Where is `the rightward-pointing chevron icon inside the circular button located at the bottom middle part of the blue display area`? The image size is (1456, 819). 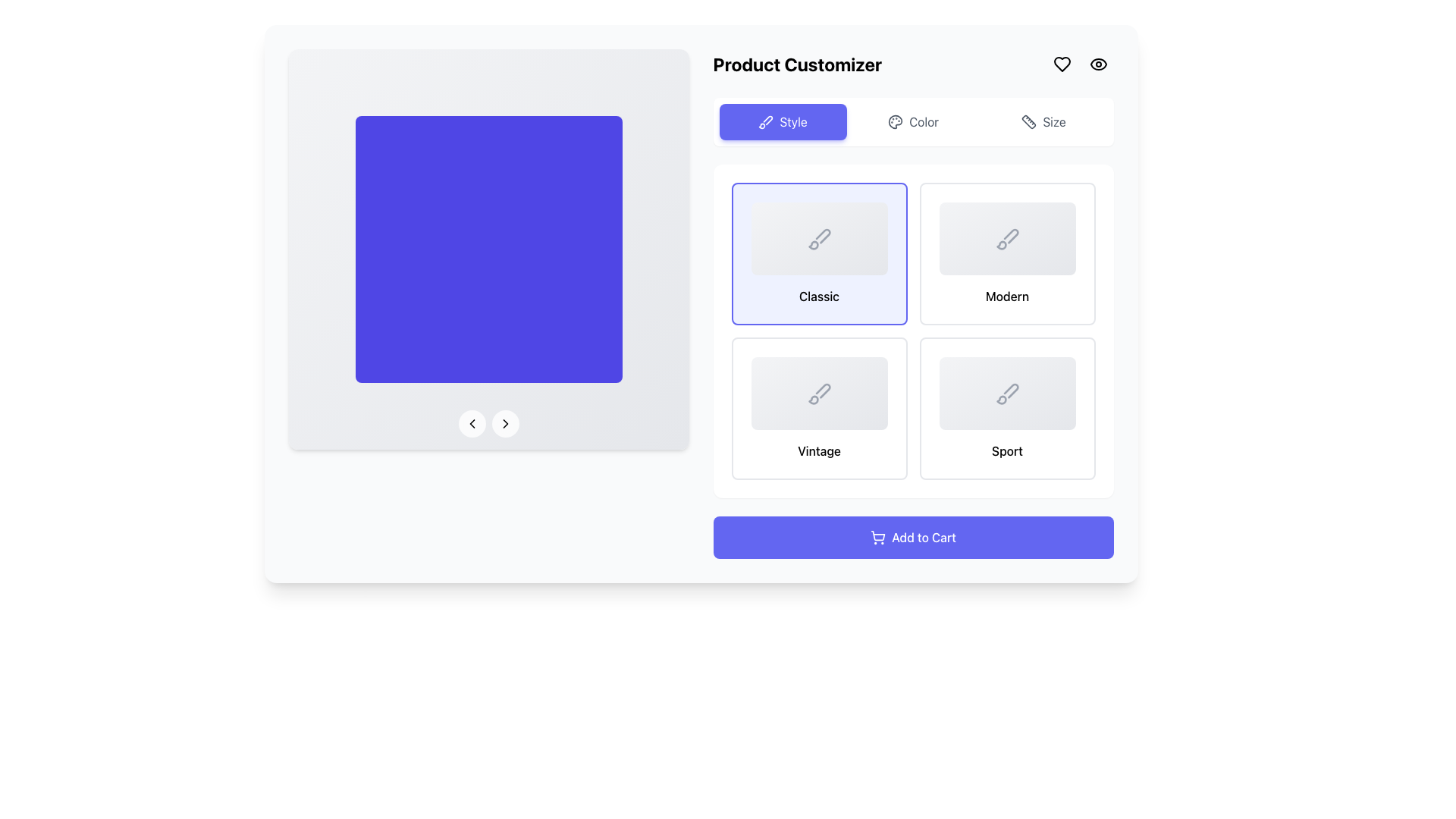
the rightward-pointing chevron icon inside the circular button located at the bottom middle part of the blue display area is located at coordinates (505, 424).